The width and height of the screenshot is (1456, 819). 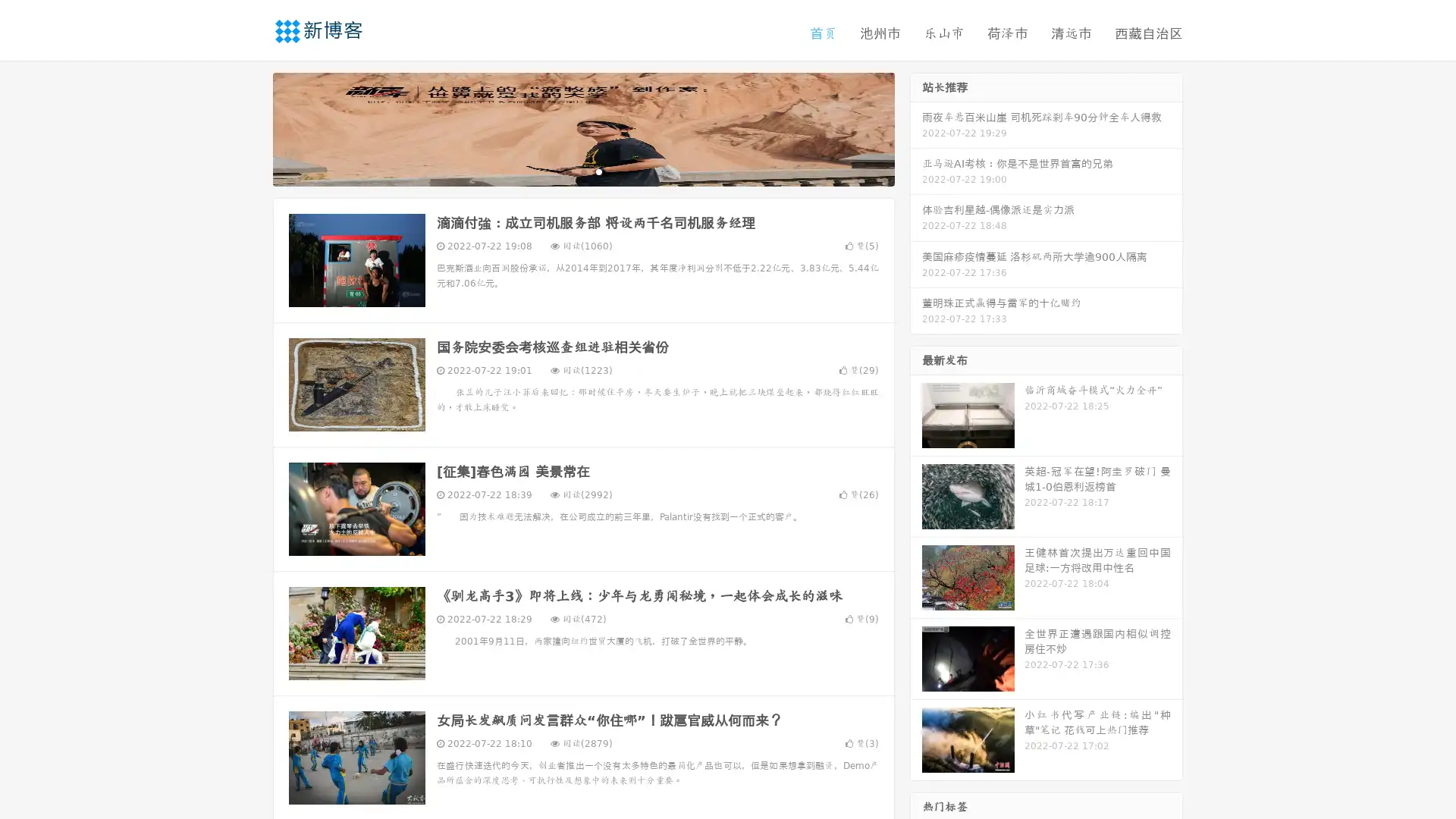 What do you see at coordinates (916, 127) in the screenshot?
I see `Next slide` at bounding box center [916, 127].